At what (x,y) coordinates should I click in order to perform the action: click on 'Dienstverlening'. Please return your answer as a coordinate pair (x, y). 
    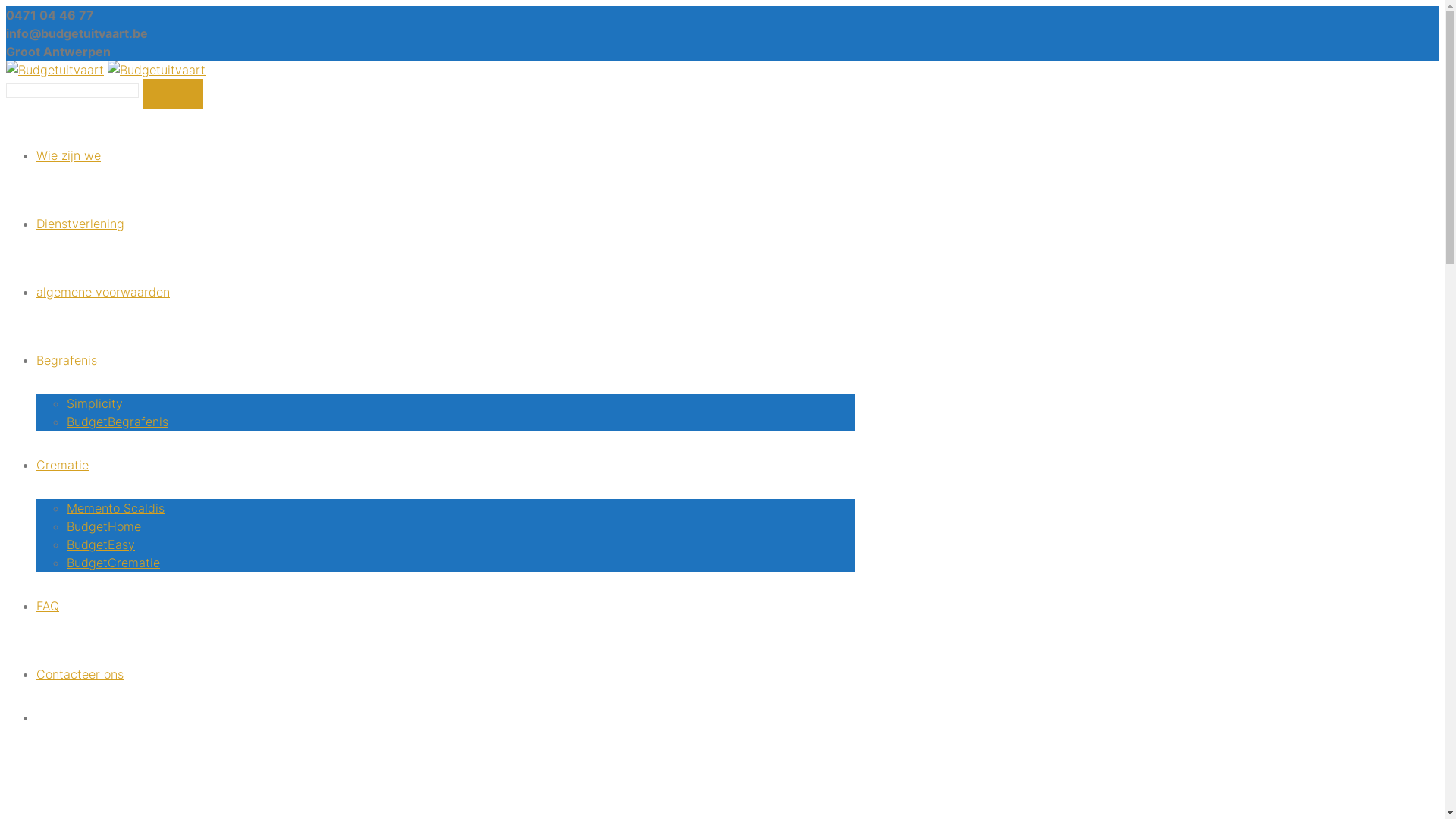
    Looking at the image, I should click on (79, 223).